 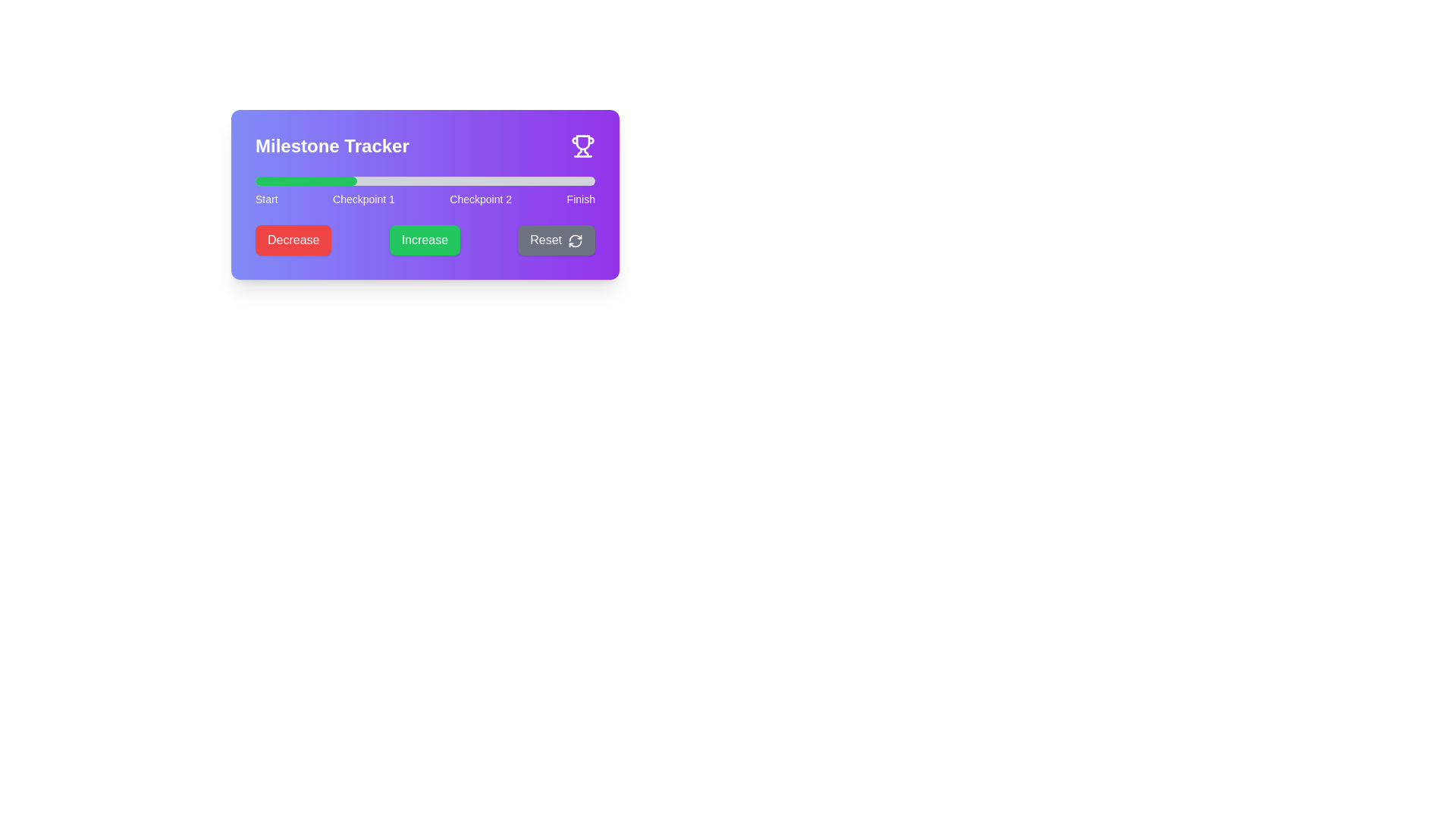 I want to click on the second static label indicating a checkpoint milestone in the progress tracker component, located between 'Start' and 'Checkpoint 2', so click(x=364, y=198).